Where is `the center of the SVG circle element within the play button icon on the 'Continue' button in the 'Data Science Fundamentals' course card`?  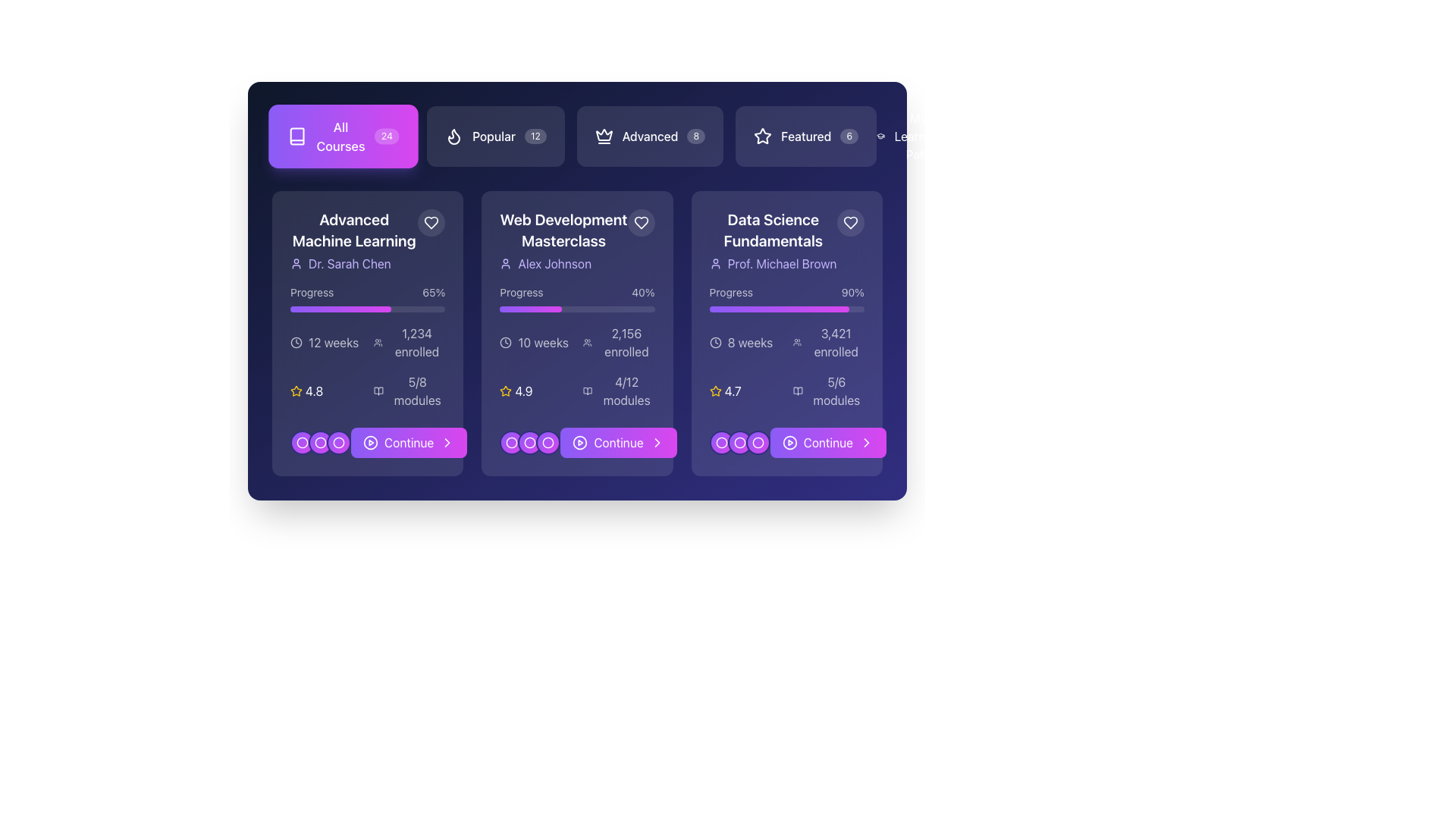
the center of the SVG circle element within the play button icon on the 'Continue' button in the 'Data Science Fundamentals' course card is located at coordinates (789, 442).